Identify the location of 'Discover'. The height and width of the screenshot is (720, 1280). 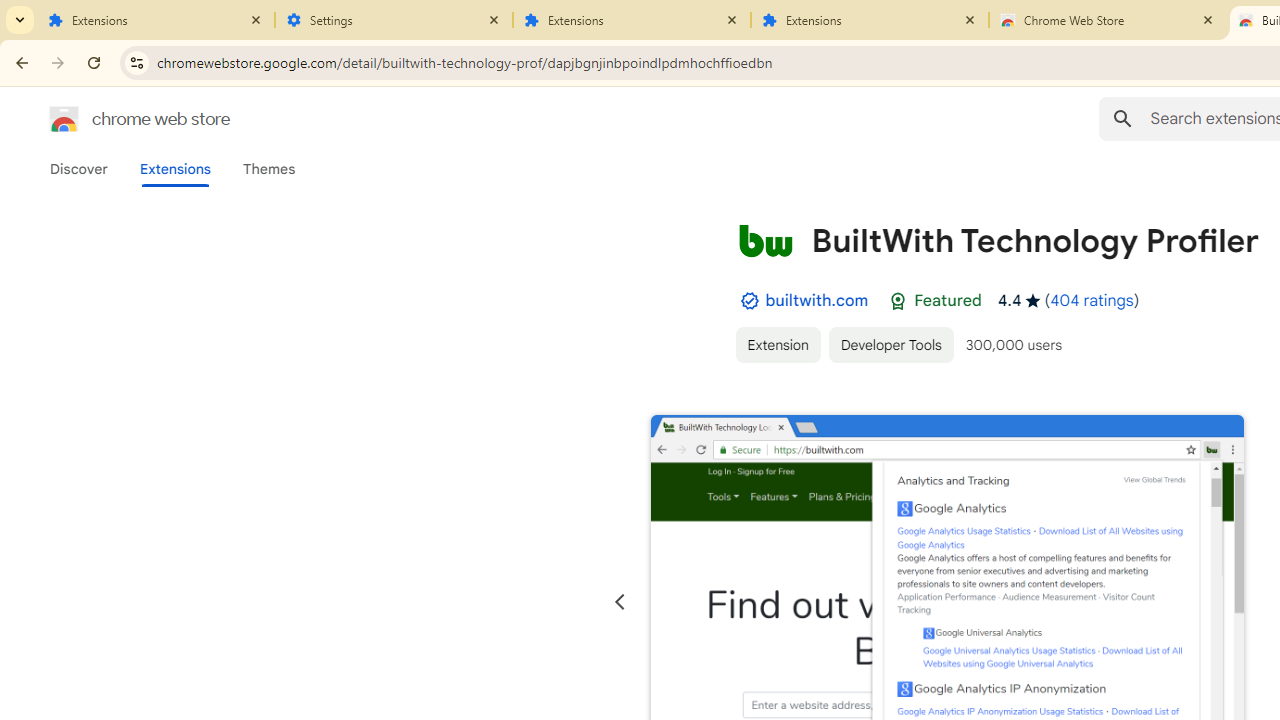
(79, 168).